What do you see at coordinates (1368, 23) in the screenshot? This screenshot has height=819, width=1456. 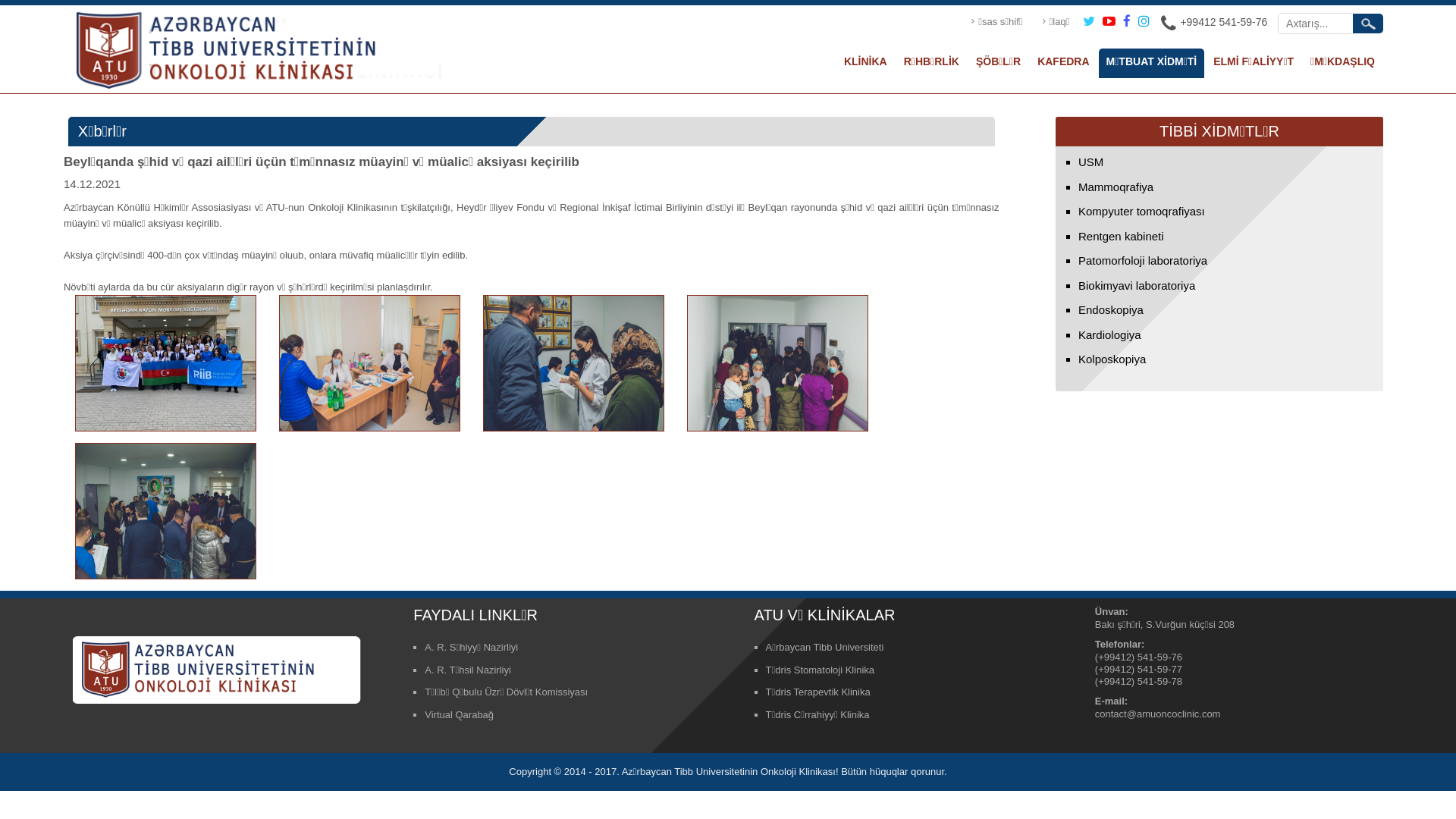 I see `'Search'` at bounding box center [1368, 23].